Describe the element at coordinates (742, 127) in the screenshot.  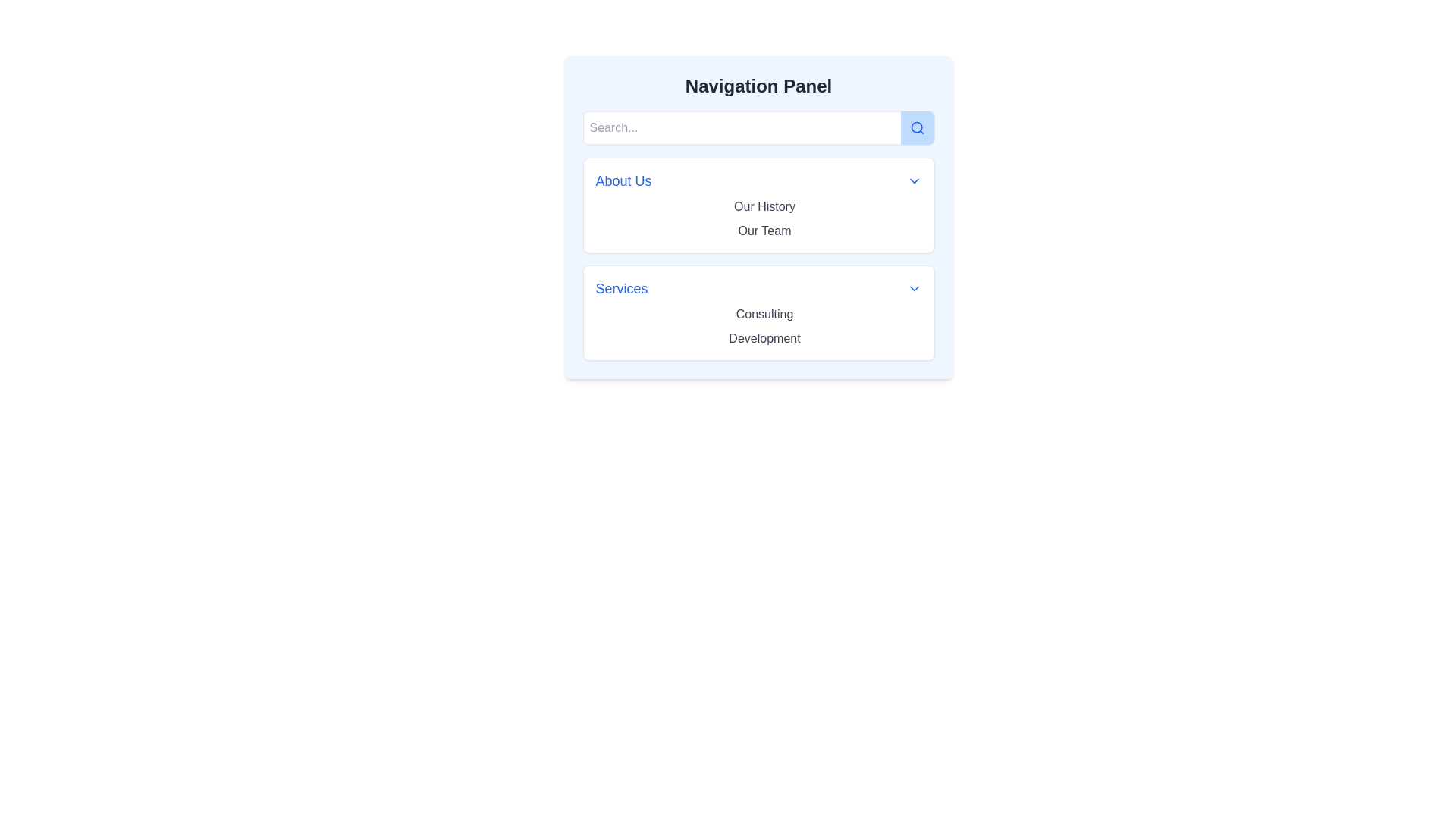
I see `the text input field located under the 'Navigation Panel' label to activate it for typing search queries` at that location.